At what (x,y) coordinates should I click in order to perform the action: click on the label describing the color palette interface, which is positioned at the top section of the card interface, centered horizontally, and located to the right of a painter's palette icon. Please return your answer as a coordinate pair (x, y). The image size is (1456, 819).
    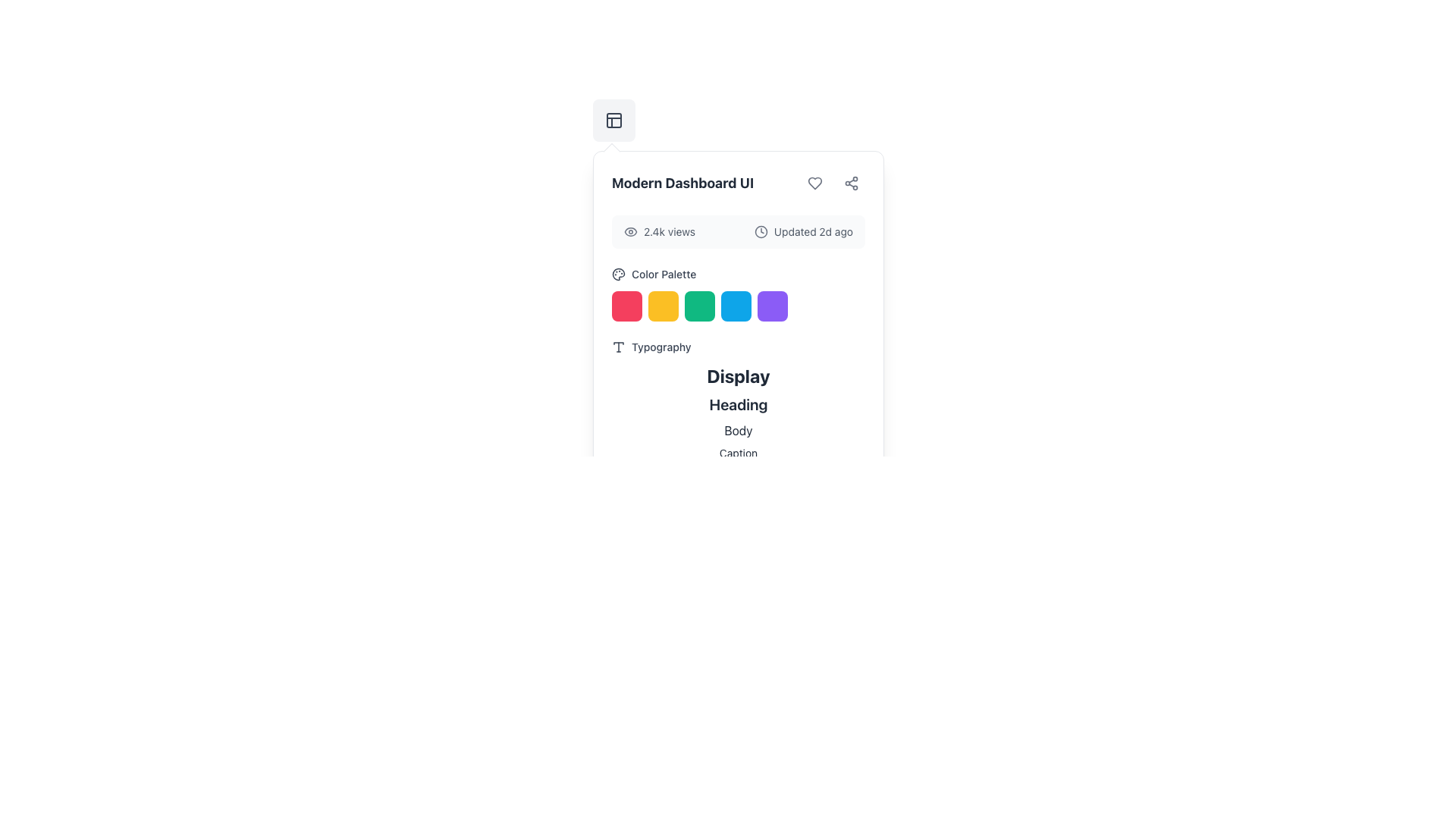
    Looking at the image, I should click on (664, 275).